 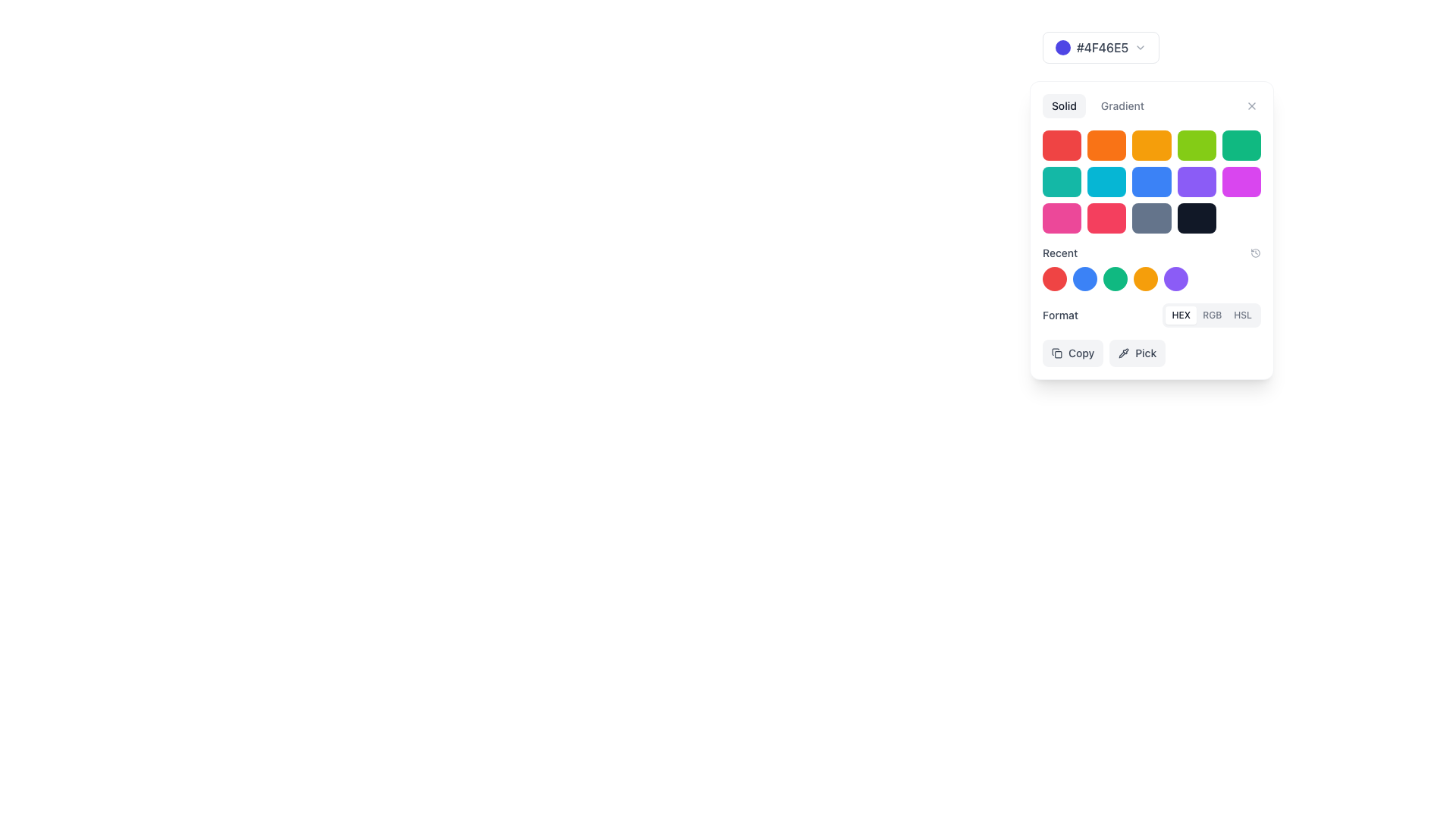 What do you see at coordinates (1196, 180) in the screenshot?
I see `the interactive button representing the purple color in the color selector grid for accessibility navigation` at bounding box center [1196, 180].